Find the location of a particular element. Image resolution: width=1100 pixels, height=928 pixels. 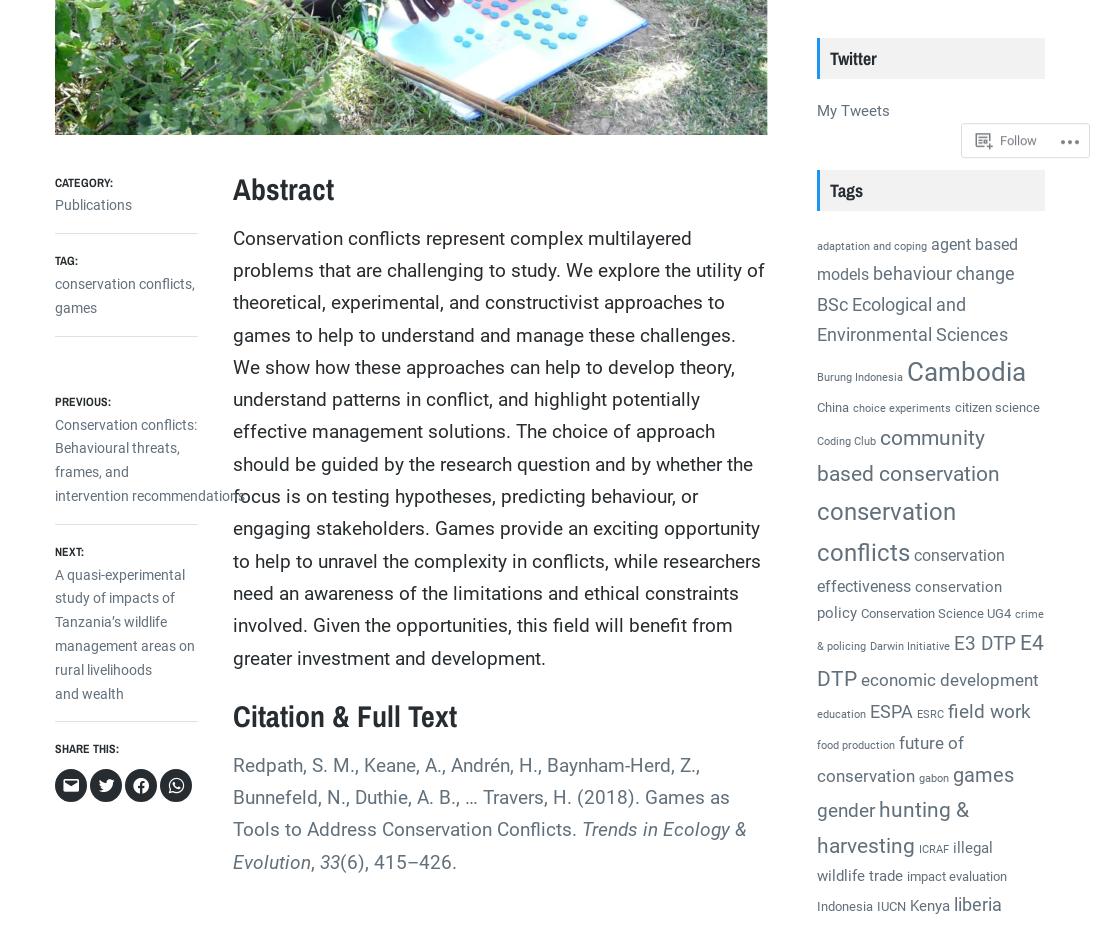

'My Tweets' is located at coordinates (816, 109).